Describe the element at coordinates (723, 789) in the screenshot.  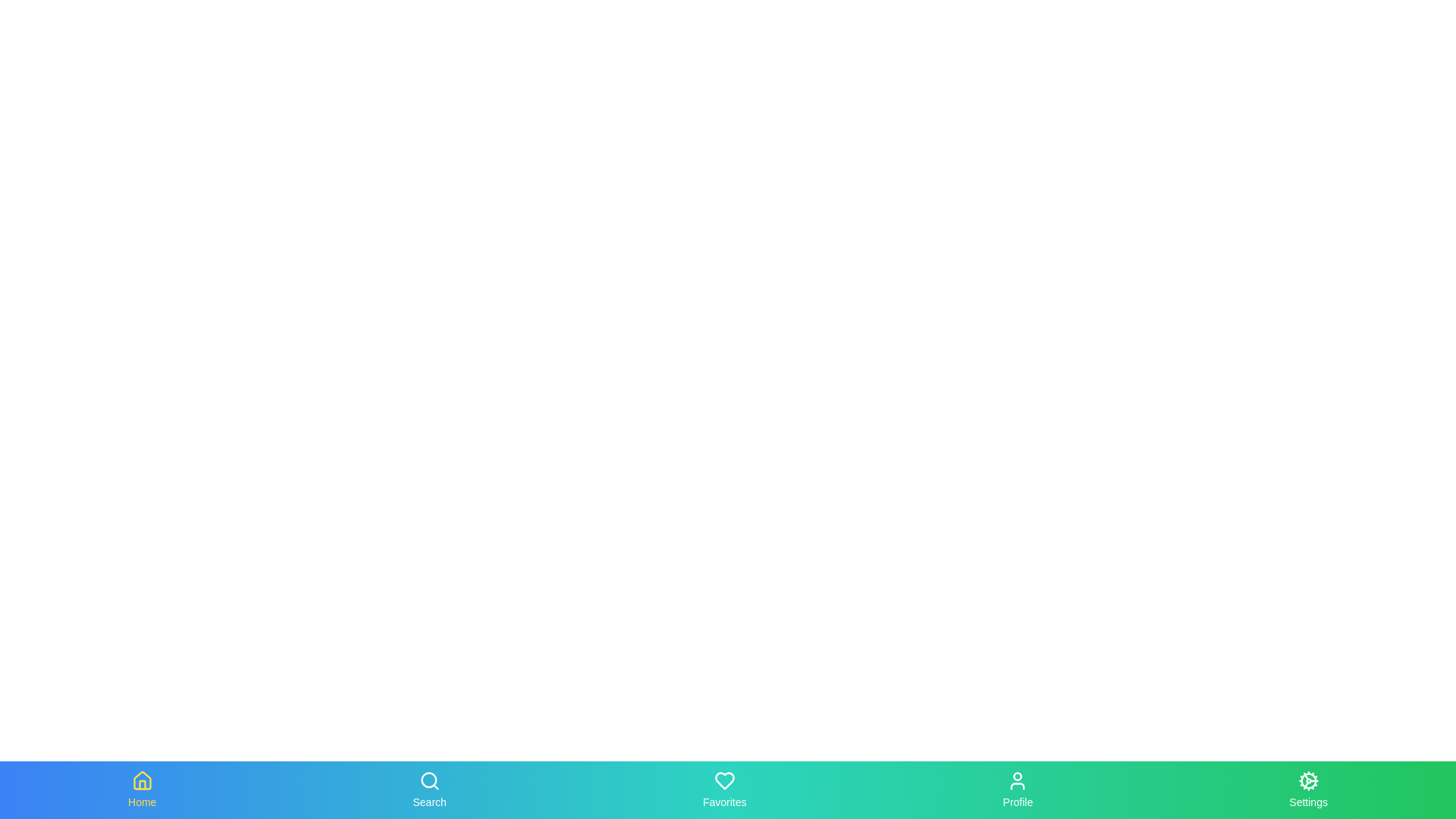
I see `the tab labeled Favorites to observe the scaling animation` at that location.